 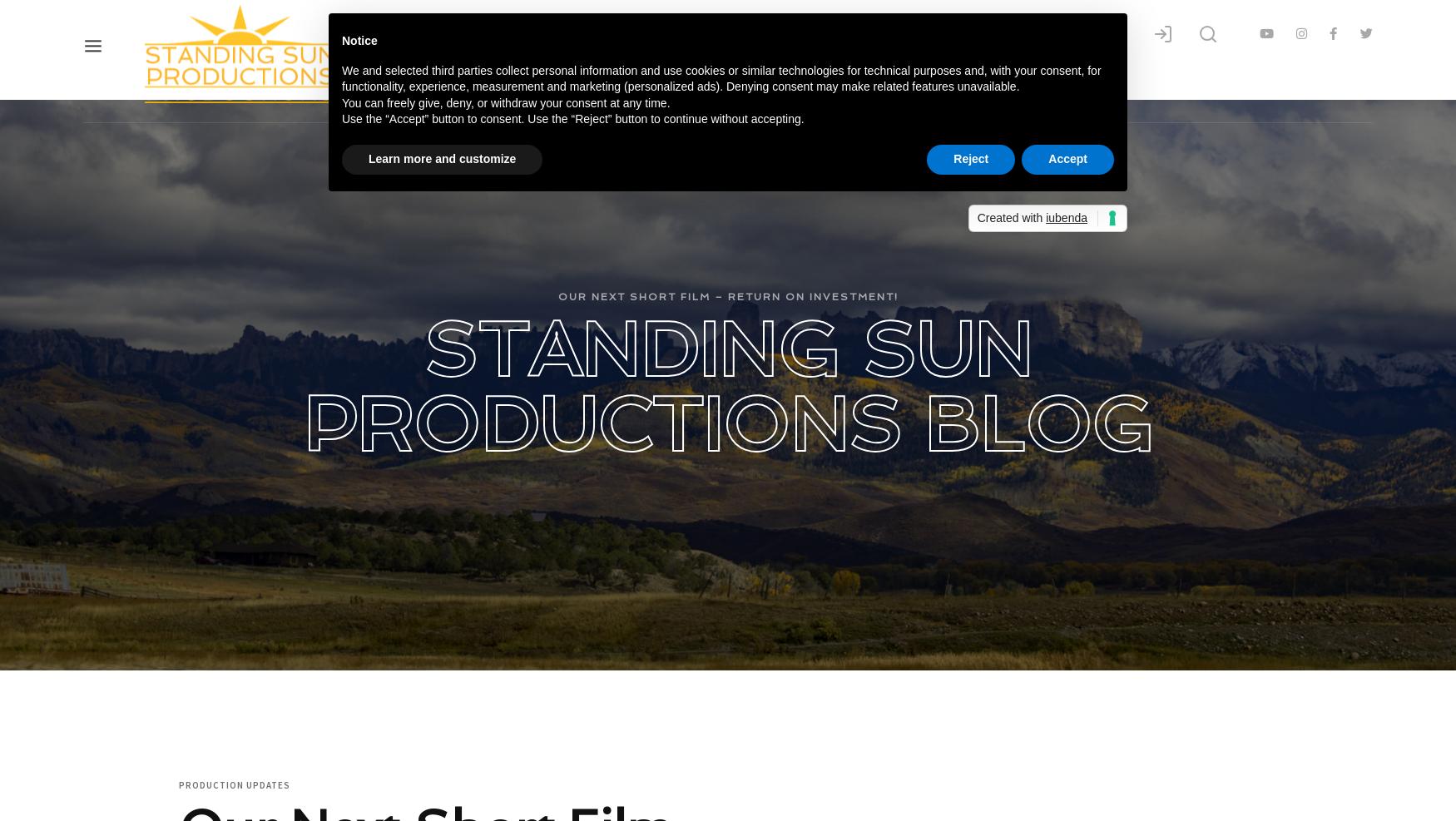 What do you see at coordinates (727, 385) in the screenshot?
I see `'Standing Sun Productions Blog'` at bounding box center [727, 385].